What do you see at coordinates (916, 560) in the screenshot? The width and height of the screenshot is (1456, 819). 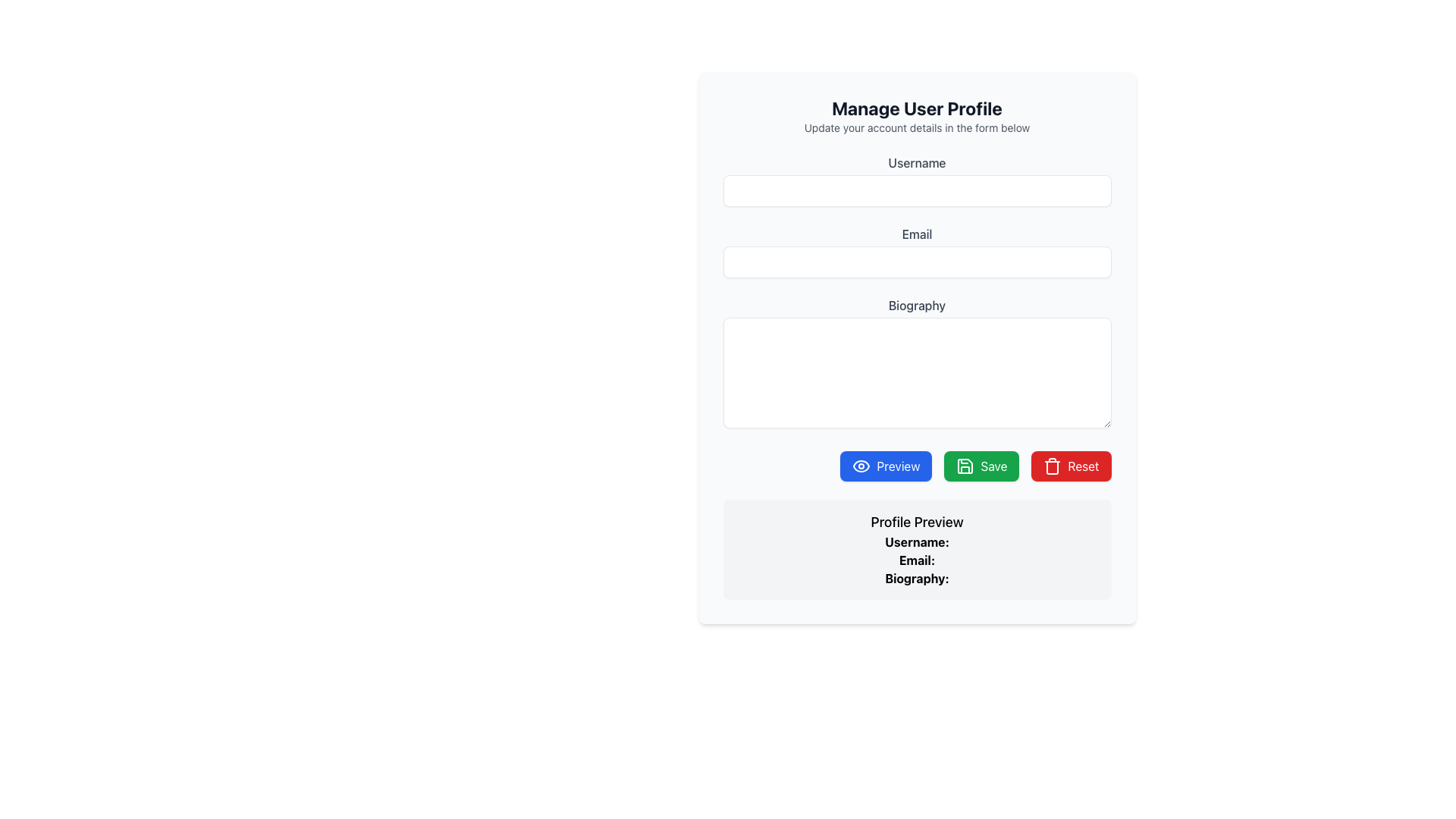 I see `the label displaying the user's email in the 'Profile Preview' section, which is positioned next to 'Username:' and above 'Biography:'` at bounding box center [916, 560].